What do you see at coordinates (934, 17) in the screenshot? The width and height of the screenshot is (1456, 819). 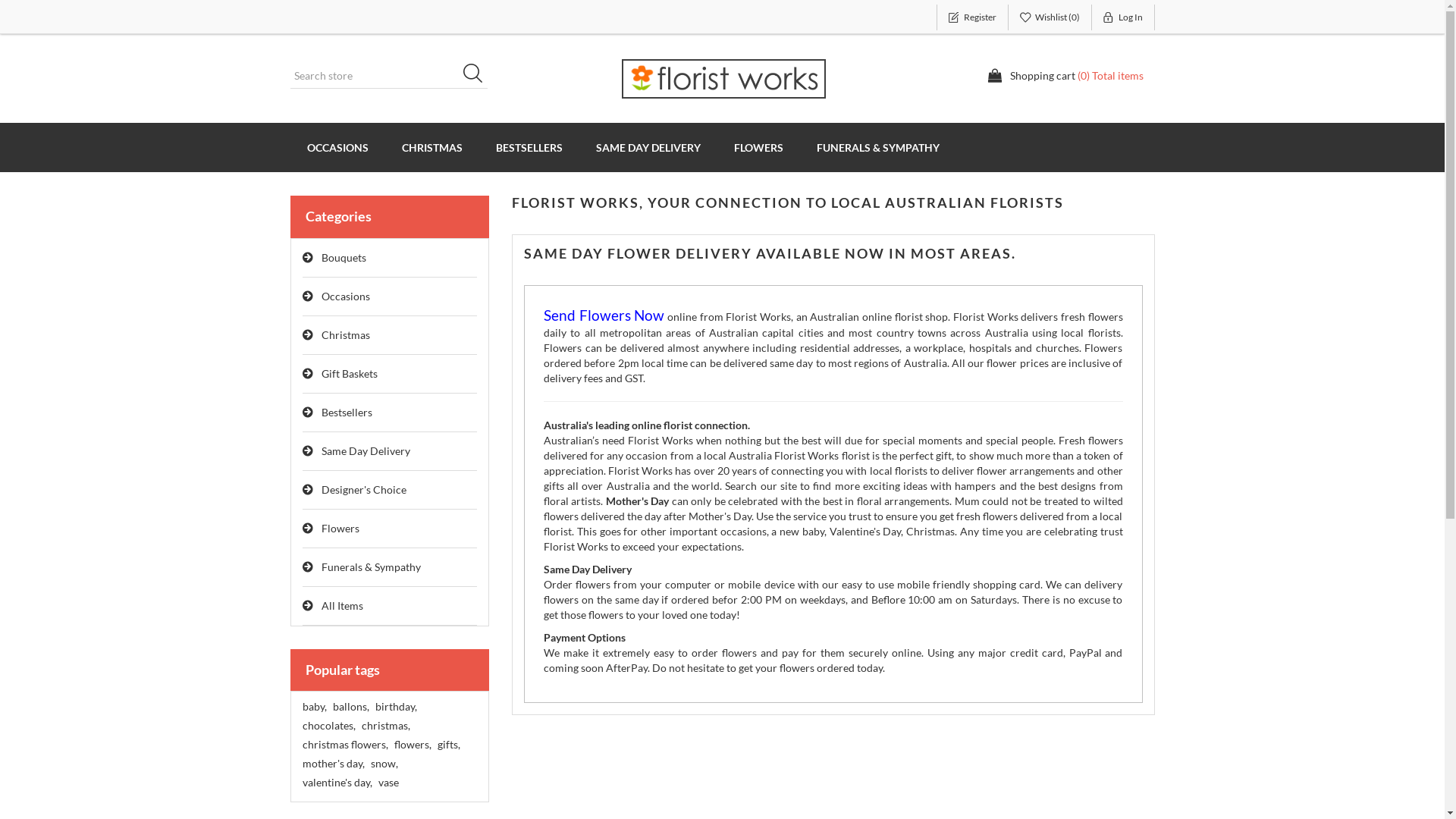 I see `'Register'` at bounding box center [934, 17].